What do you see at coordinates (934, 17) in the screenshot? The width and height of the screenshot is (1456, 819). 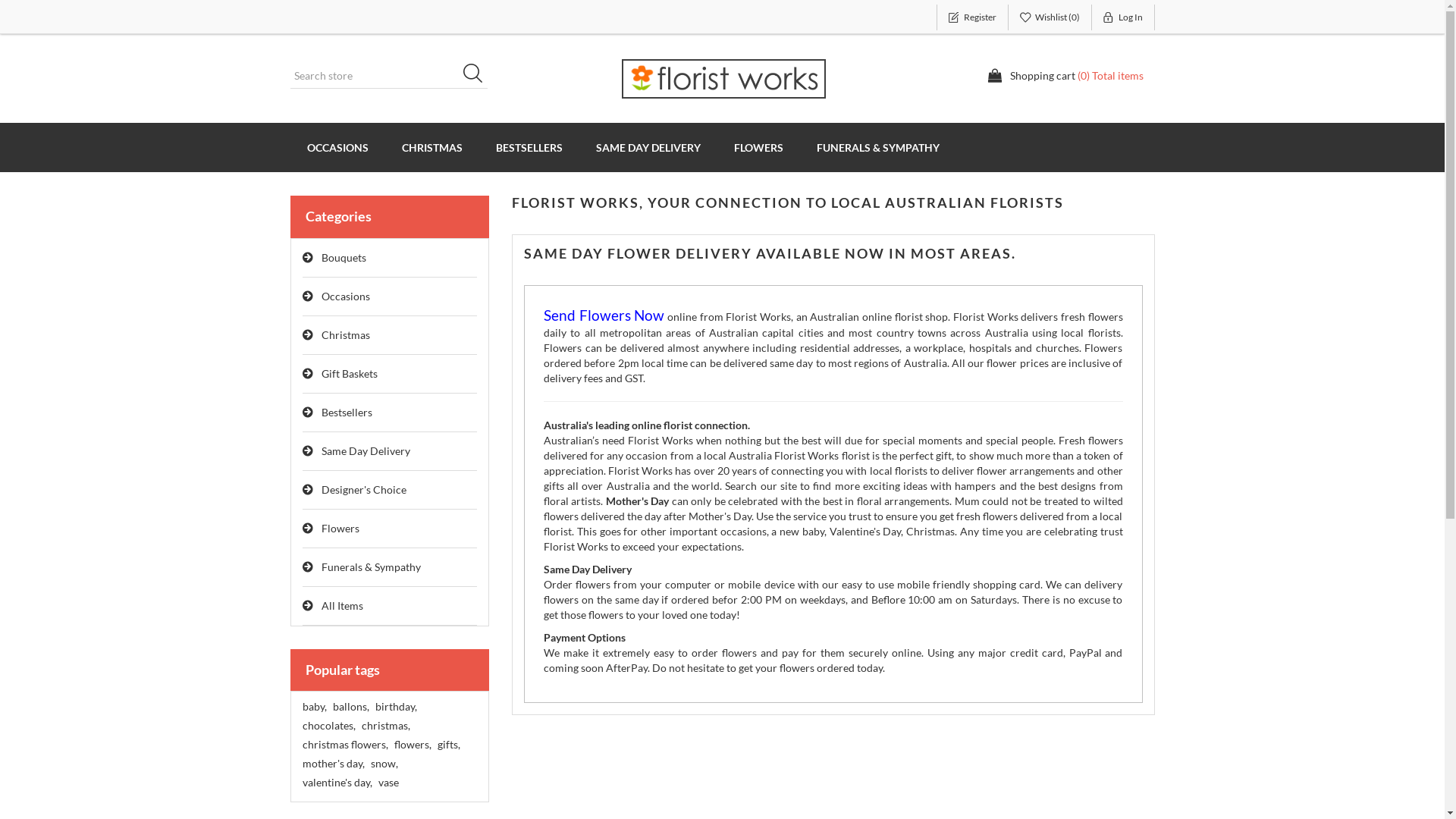 I see `'Register'` at bounding box center [934, 17].